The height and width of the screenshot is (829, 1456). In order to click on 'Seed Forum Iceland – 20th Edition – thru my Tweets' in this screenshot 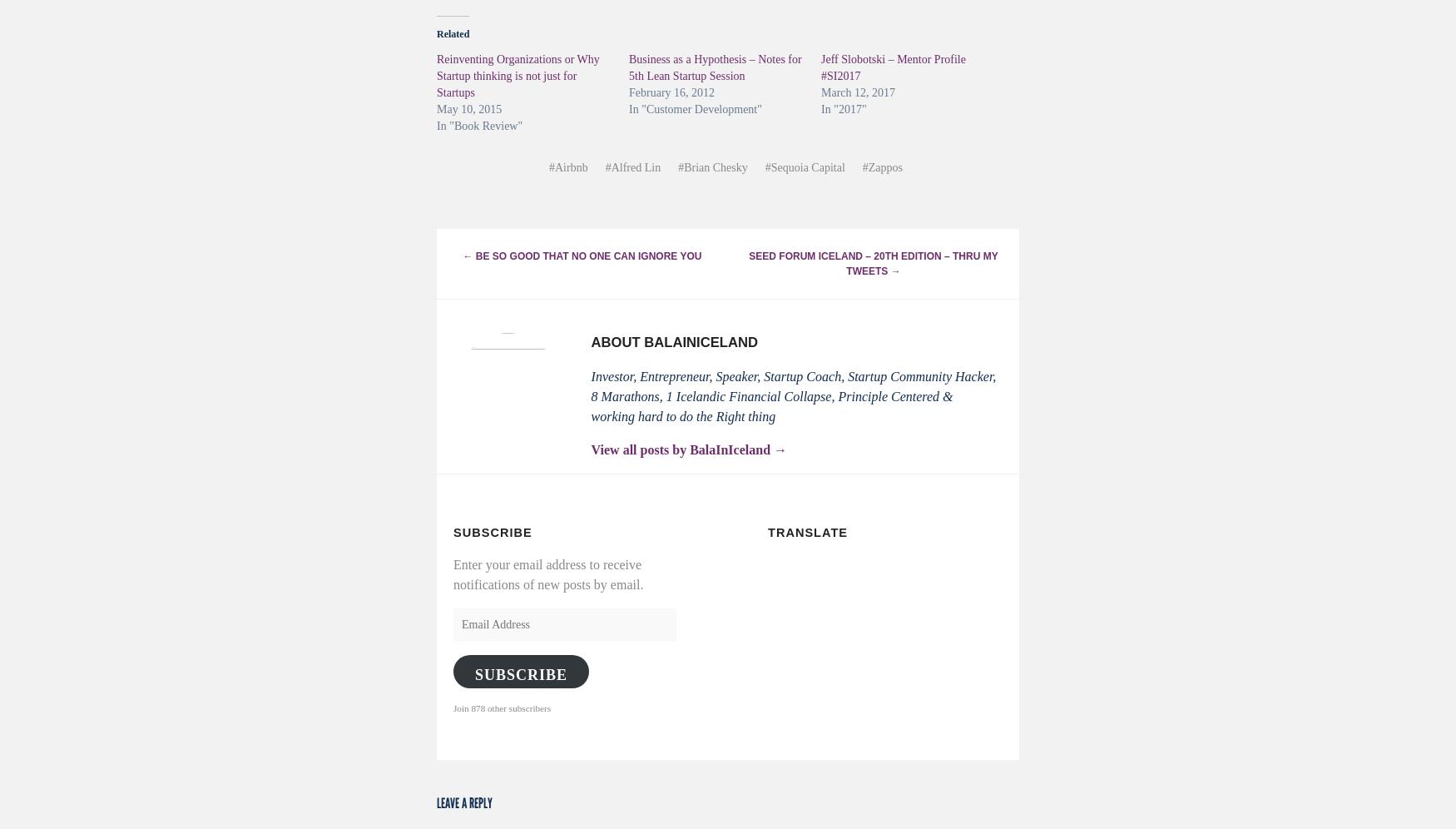, I will do `click(872, 262)`.